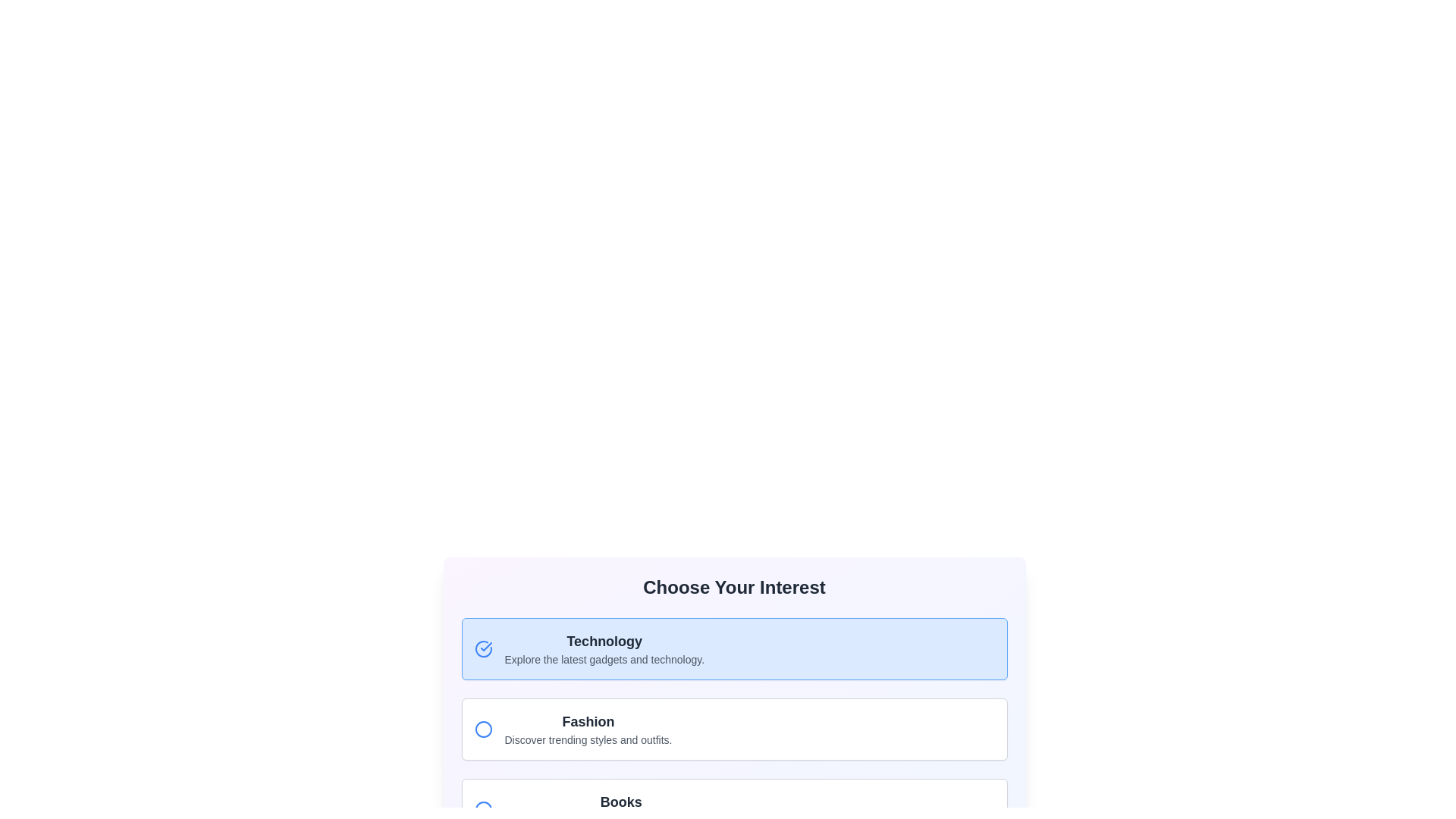 The width and height of the screenshot is (1456, 819). I want to click on the blue checkmark icon located to the left of the 'Technology' label within the selection box, so click(486, 646).